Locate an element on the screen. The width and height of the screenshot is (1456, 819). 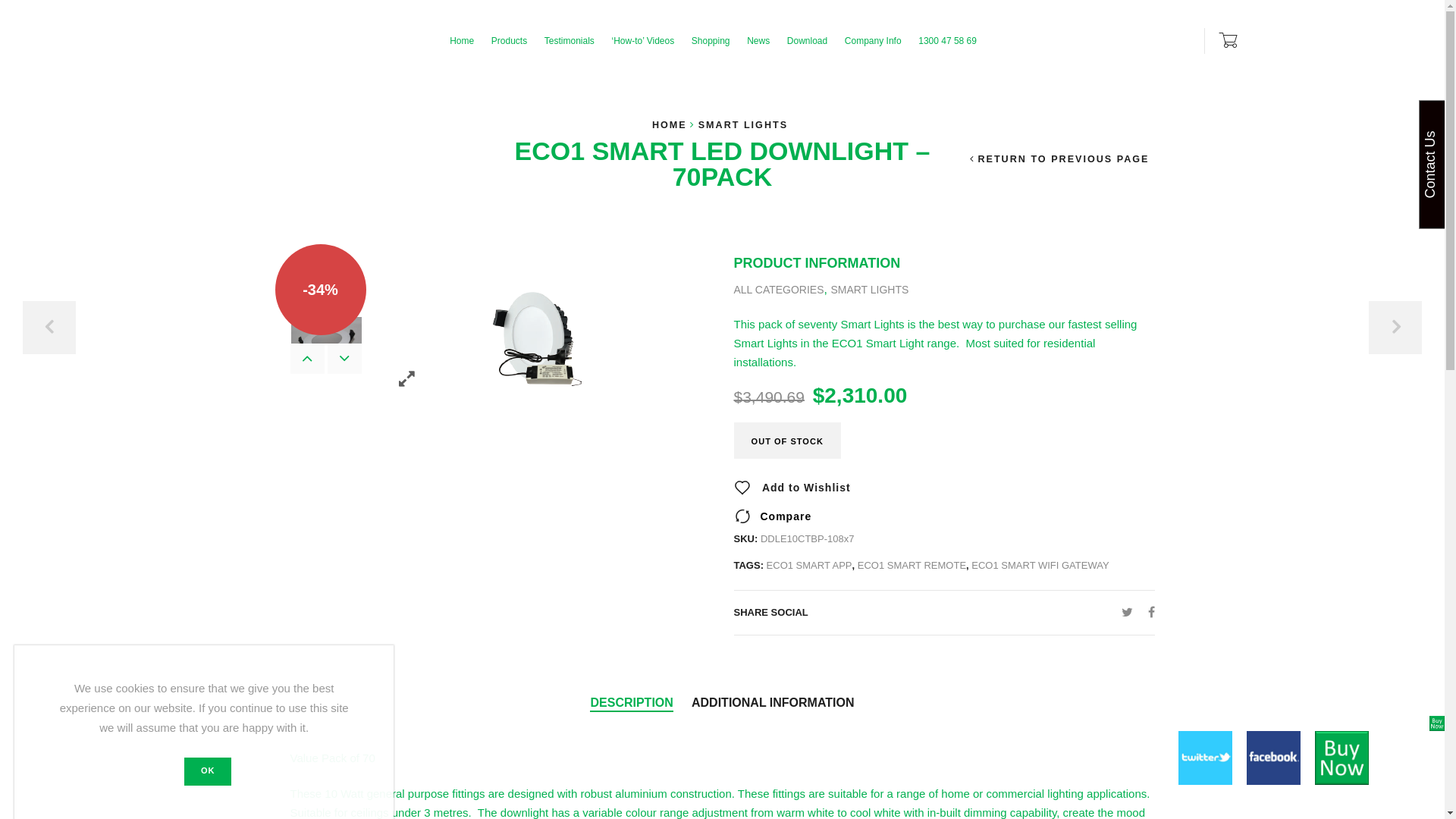
'Shopping' is located at coordinates (710, 40).